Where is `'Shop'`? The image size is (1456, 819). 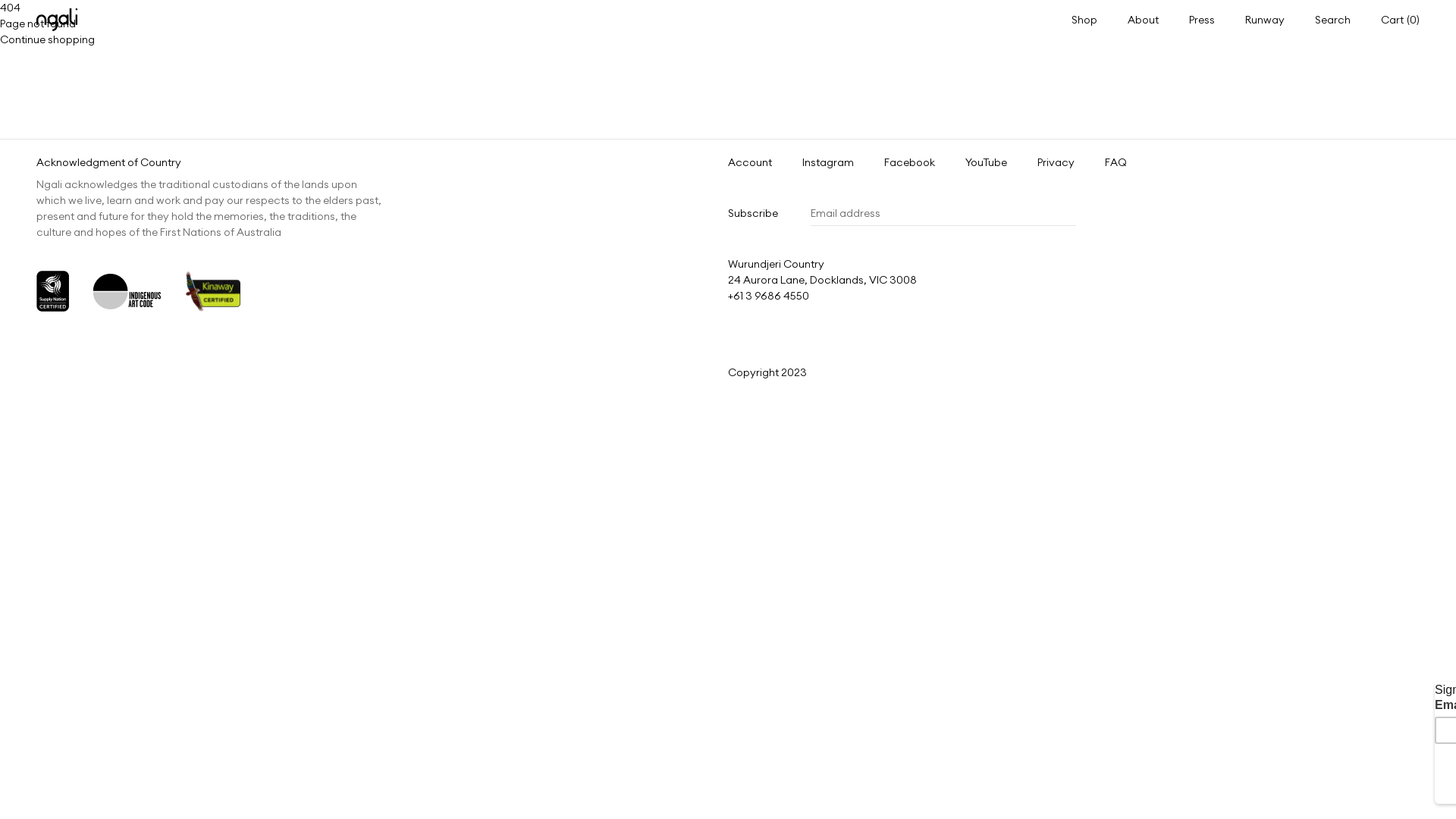
'Shop' is located at coordinates (1070, 18).